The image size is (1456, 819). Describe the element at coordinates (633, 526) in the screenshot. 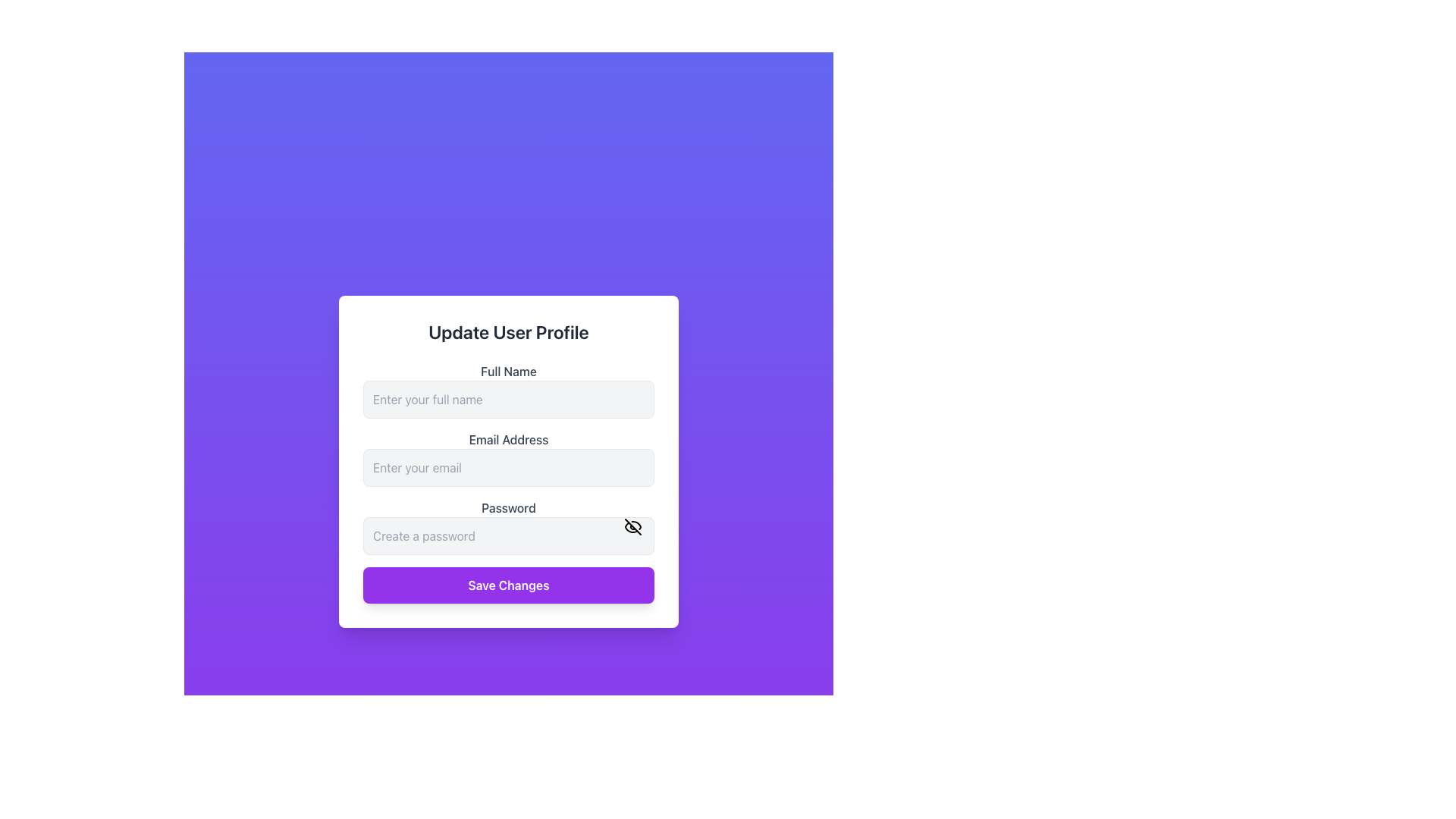

I see `the visibility toggle button with an eye icon and a line crossing it, located to the far right of the 'Password' input field` at that location.